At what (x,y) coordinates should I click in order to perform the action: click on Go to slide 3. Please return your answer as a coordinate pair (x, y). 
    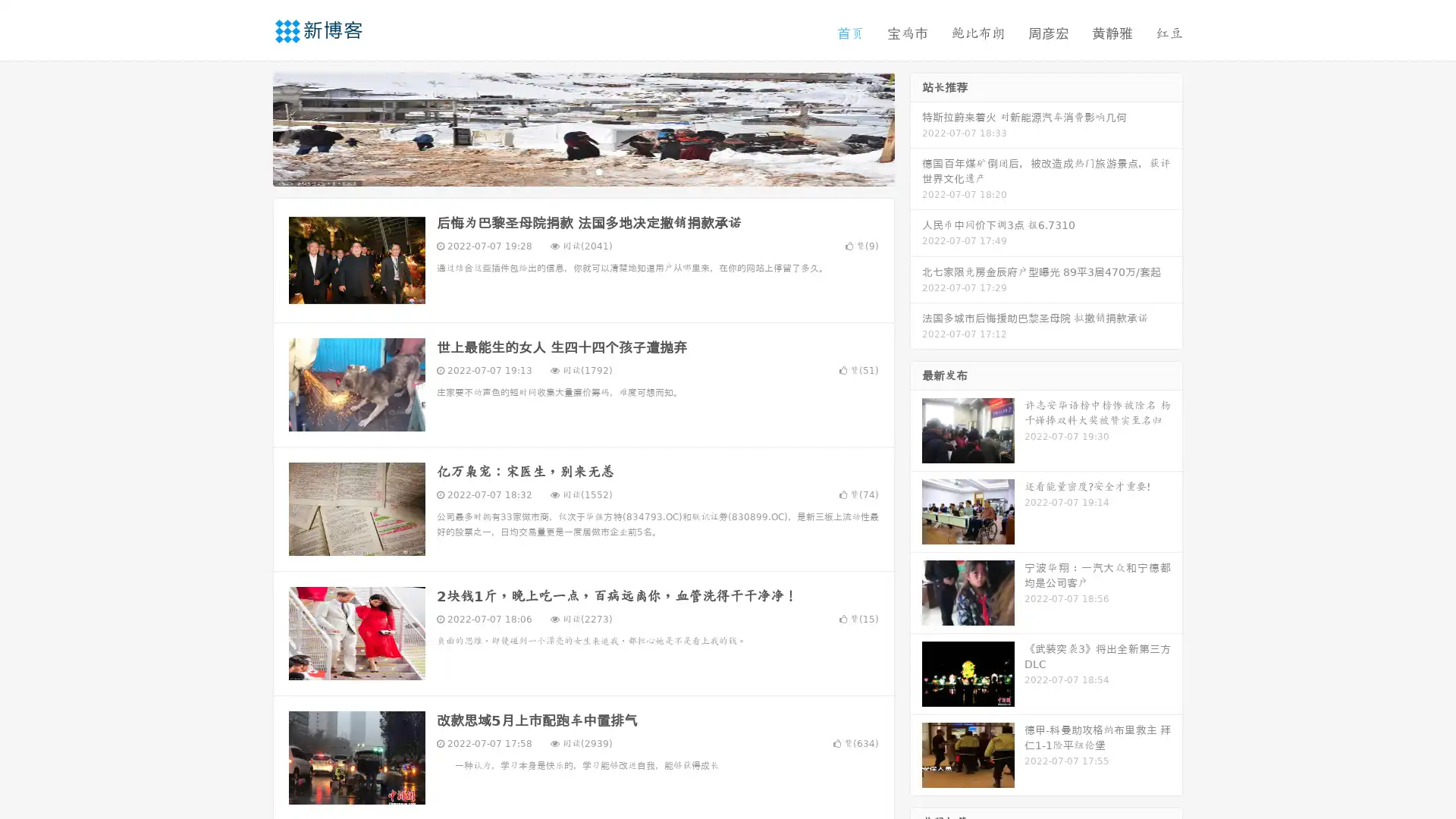
    Looking at the image, I should click on (598, 171).